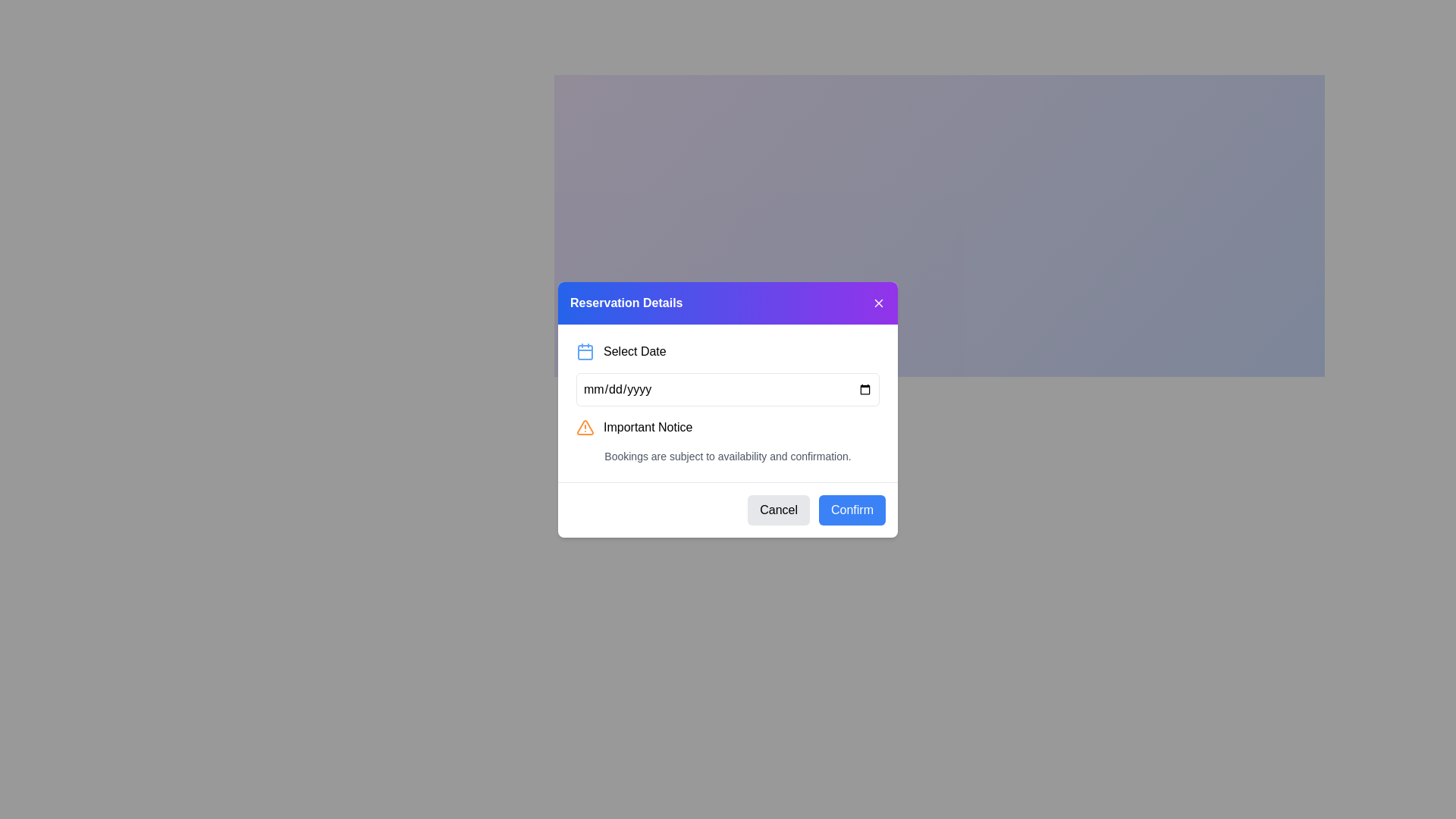 The width and height of the screenshot is (1456, 819). I want to click on the Text Label indicating a warning or important information positioned below the 'Select Date' input field in the modal dialog box to check for additional information, so click(648, 427).